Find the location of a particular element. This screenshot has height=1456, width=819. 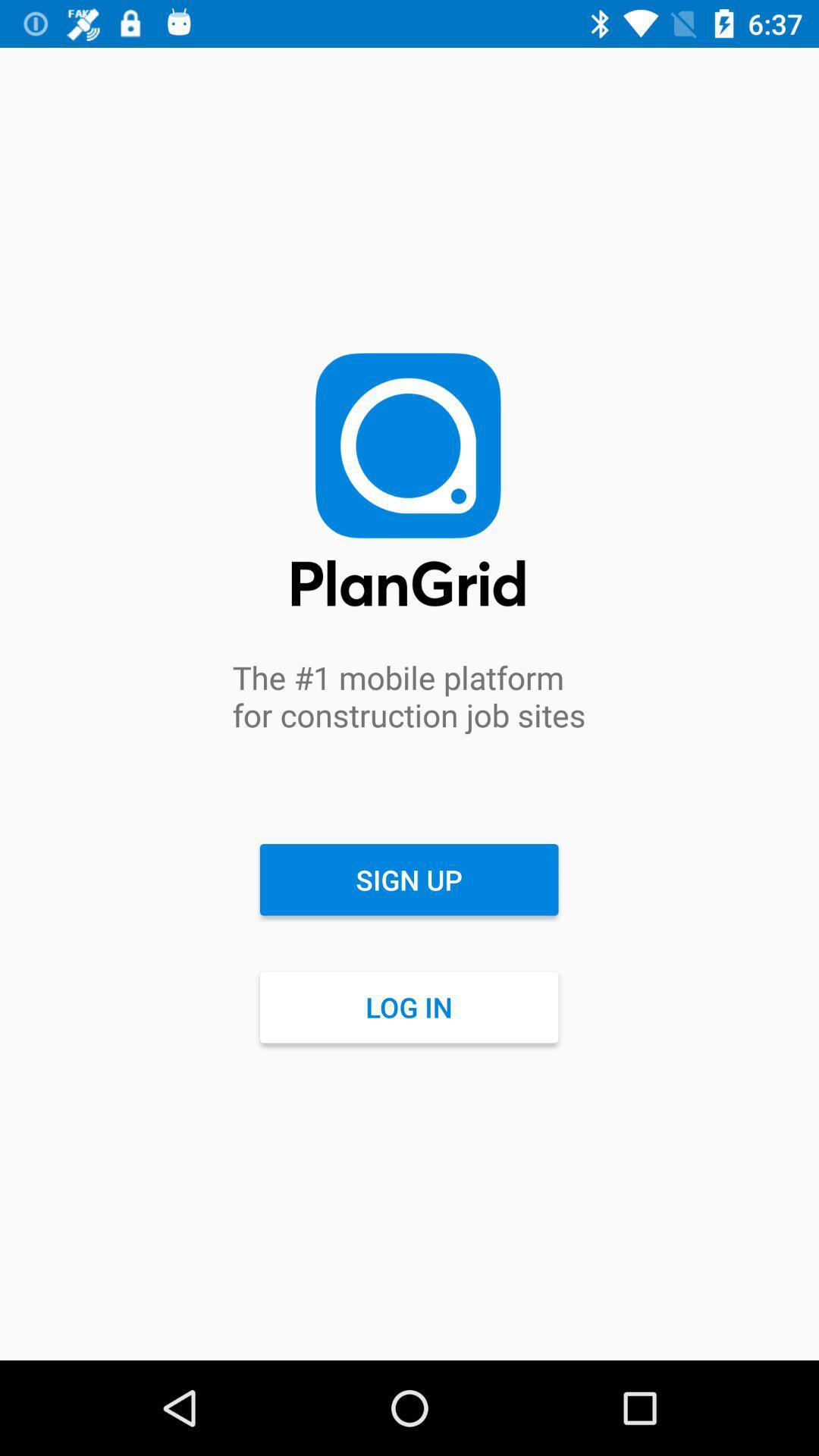

the sign up item is located at coordinates (408, 880).